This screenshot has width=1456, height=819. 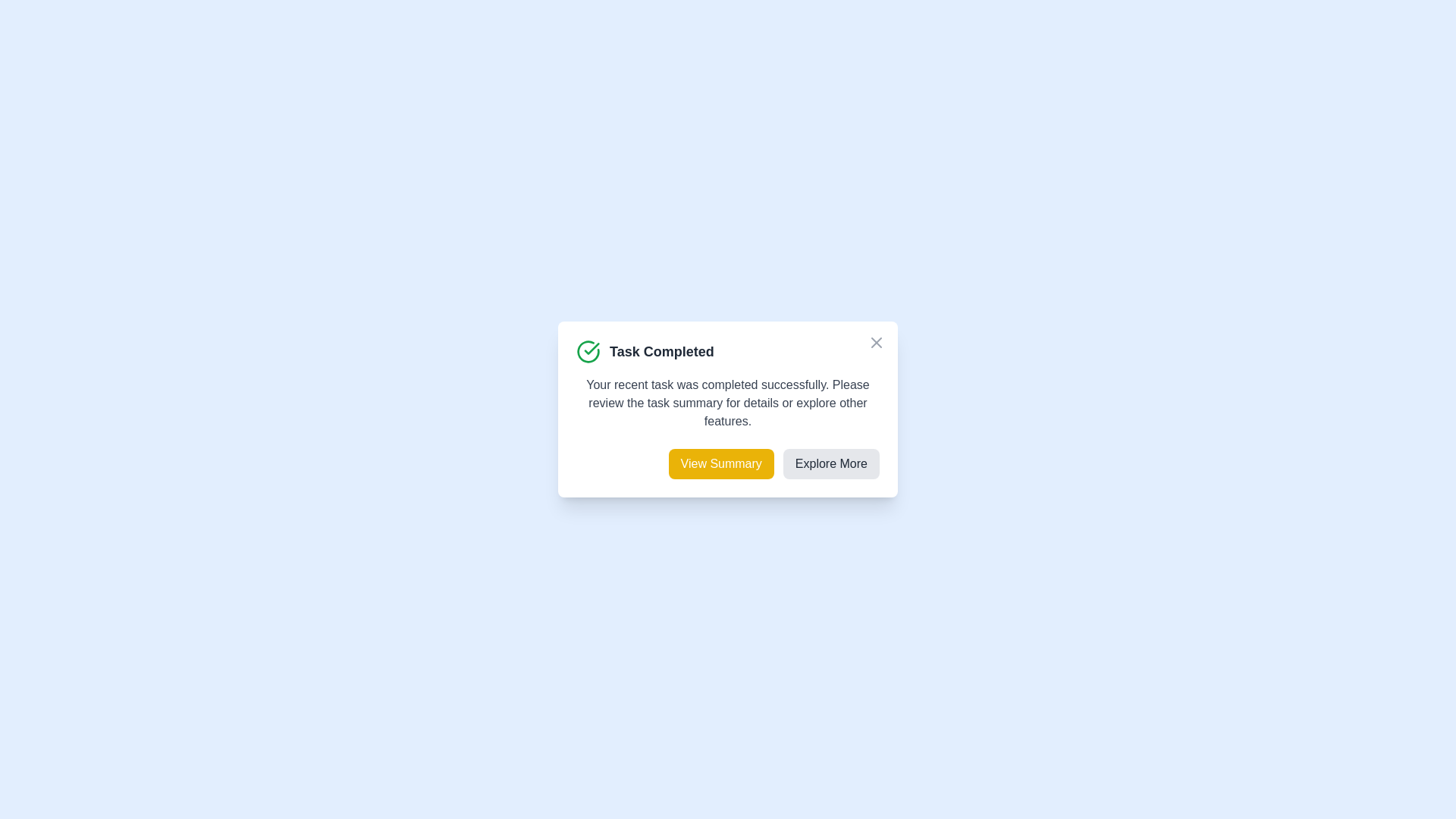 I want to click on the 'CheckCircle' icon indicating success, so click(x=588, y=351).